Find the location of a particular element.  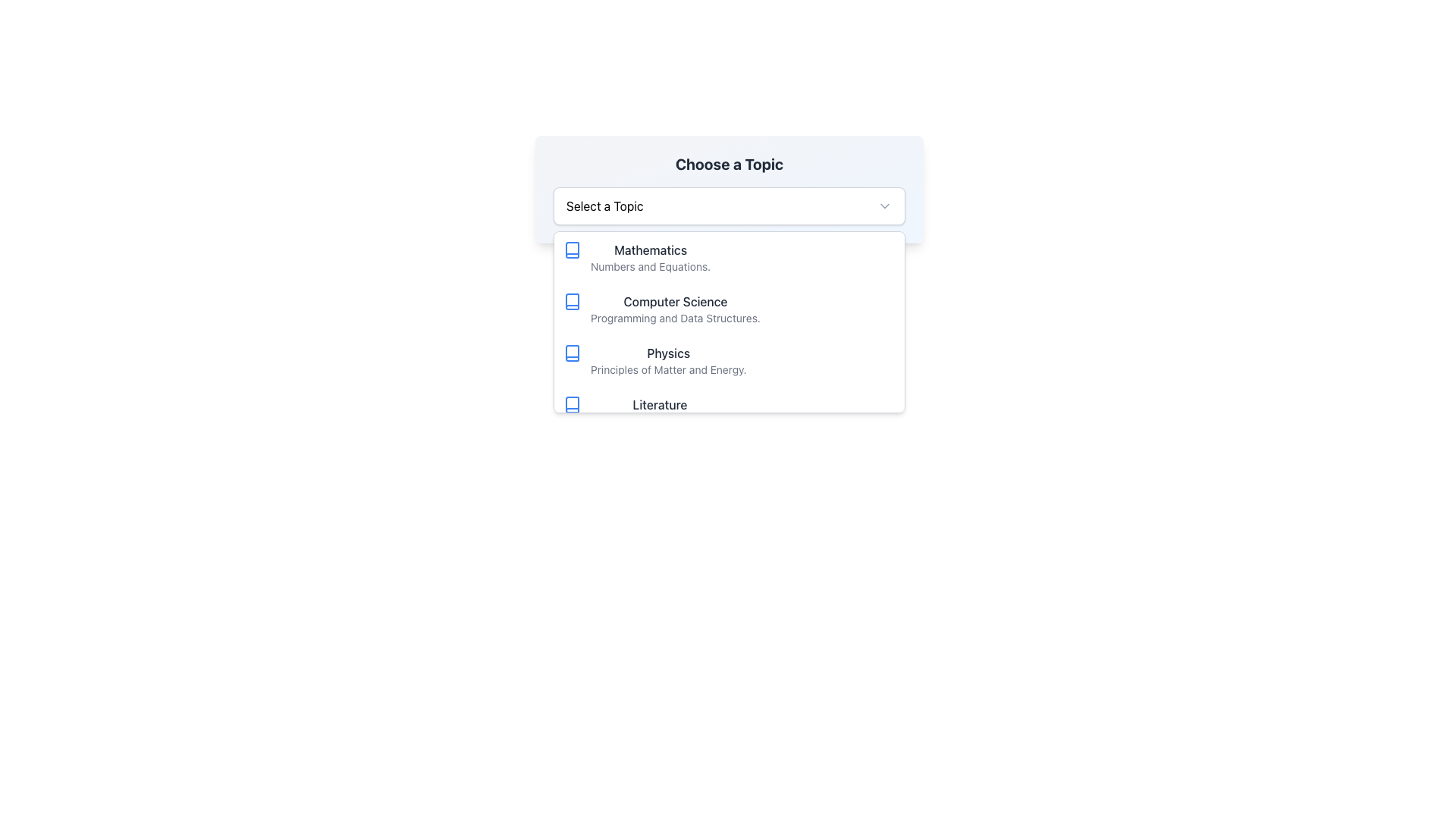

the 'Literature' icon, which is the first element in the last row of the dropdown list, located left of the 'Literature' text is located at coordinates (571, 403).